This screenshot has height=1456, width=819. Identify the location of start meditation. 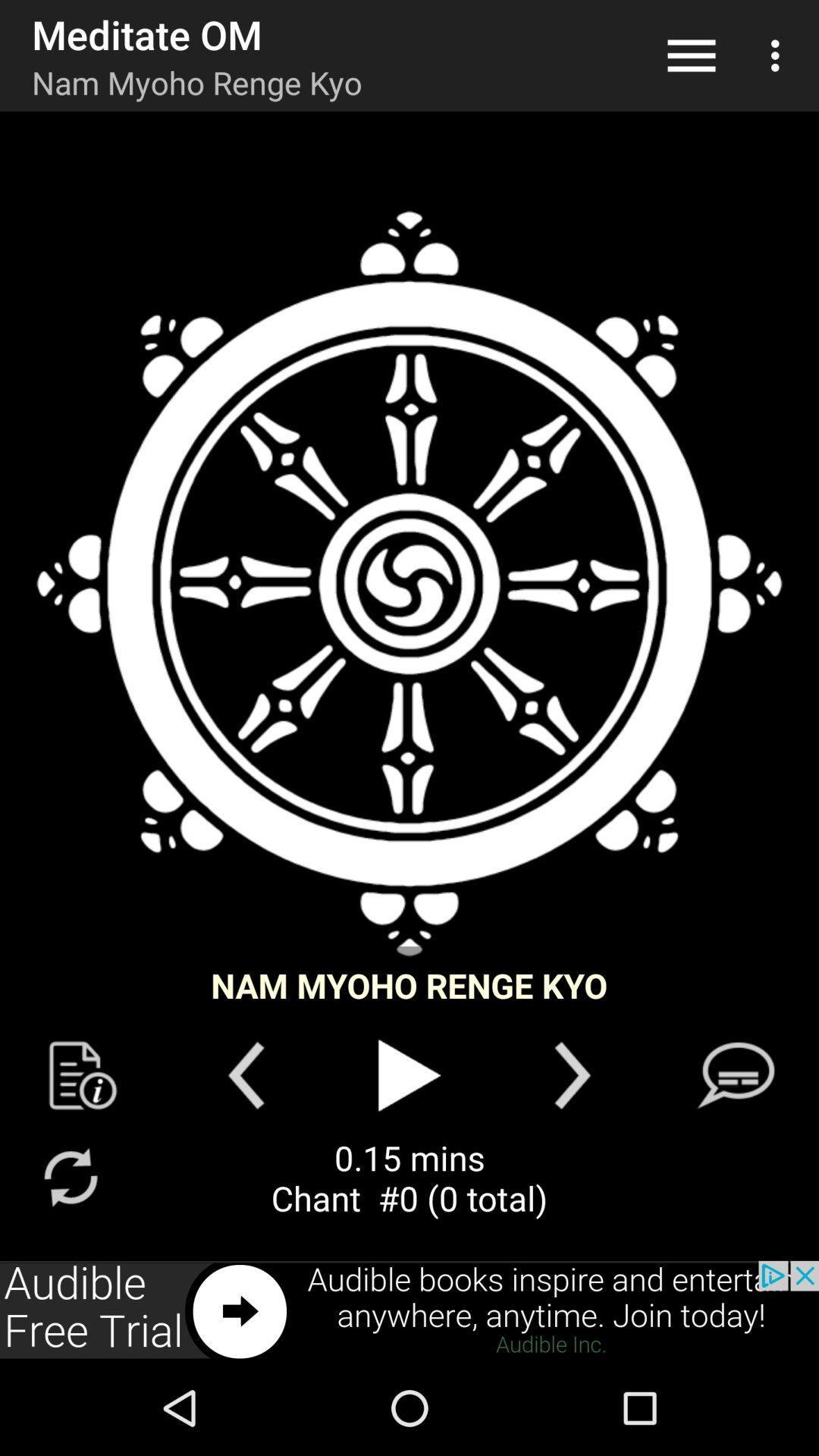
(409, 1075).